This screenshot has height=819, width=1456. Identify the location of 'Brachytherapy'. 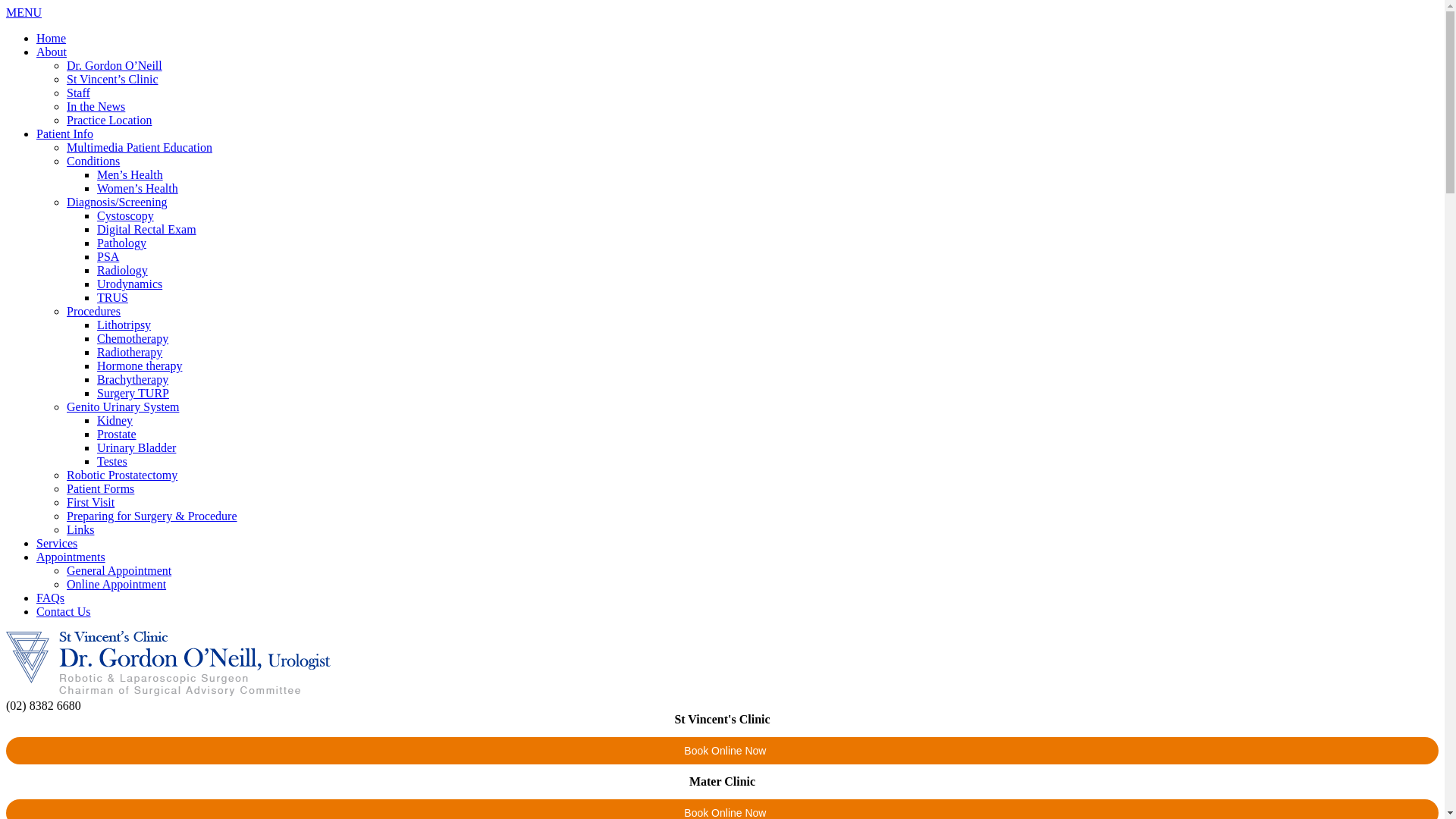
(132, 378).